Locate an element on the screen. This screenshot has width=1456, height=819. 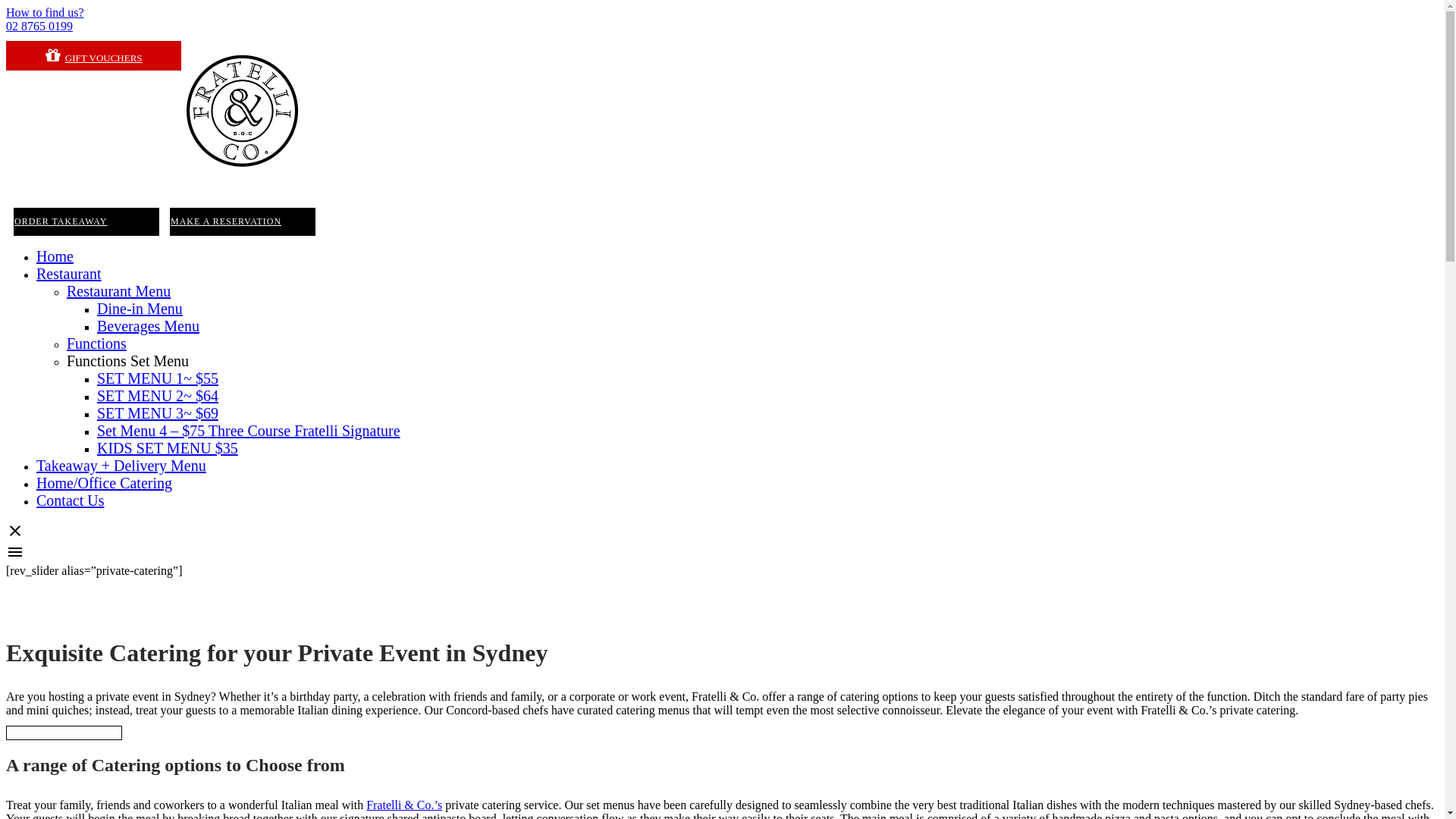
'Restaurant' is located at coordinates (68, 274).